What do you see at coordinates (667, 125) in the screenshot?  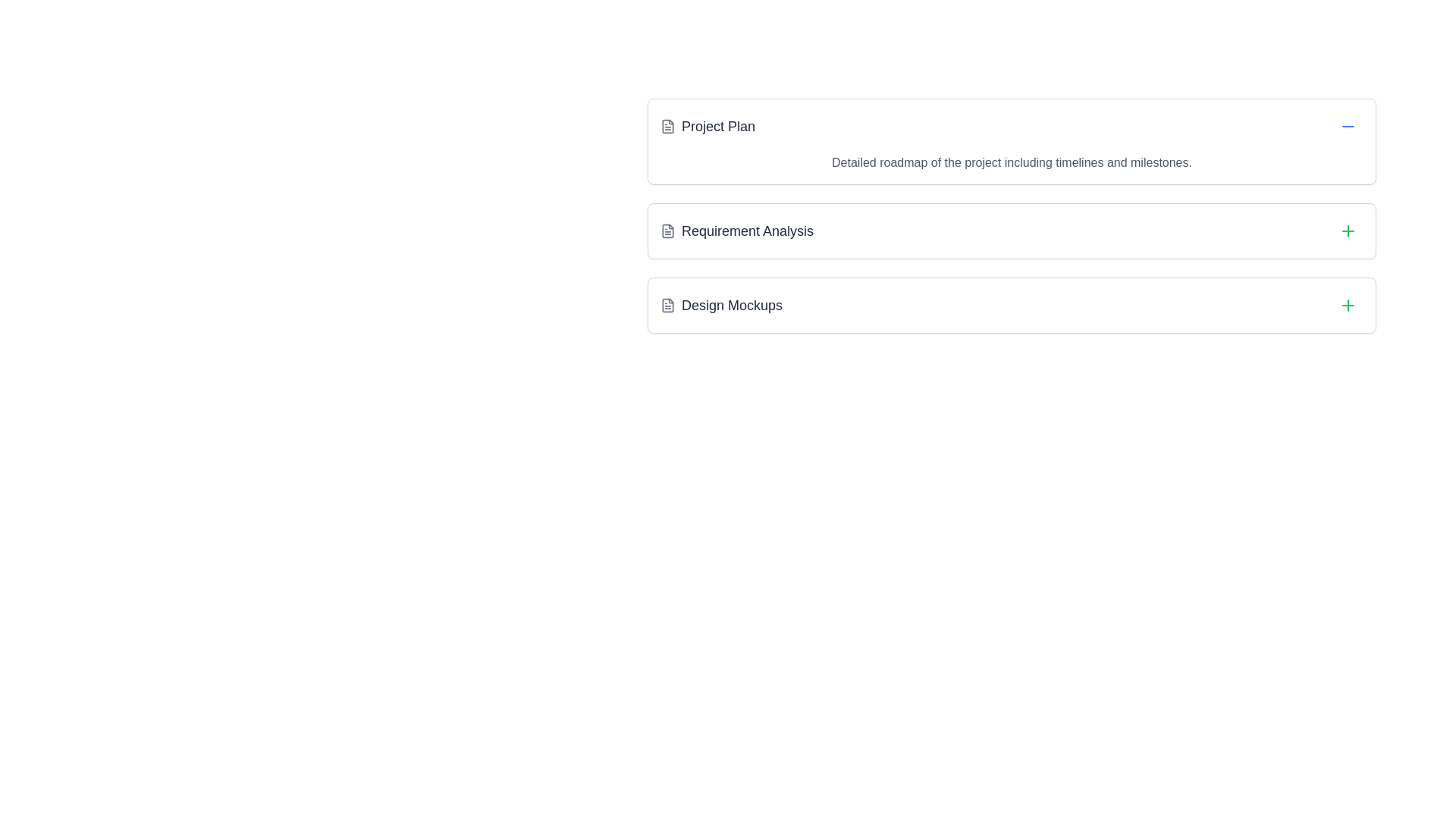 I see `the icon representing the 'Project Plan' section, which is located at the leftmost side of the 'Project Plan' section in the interface` at bounding box center [667, 125].